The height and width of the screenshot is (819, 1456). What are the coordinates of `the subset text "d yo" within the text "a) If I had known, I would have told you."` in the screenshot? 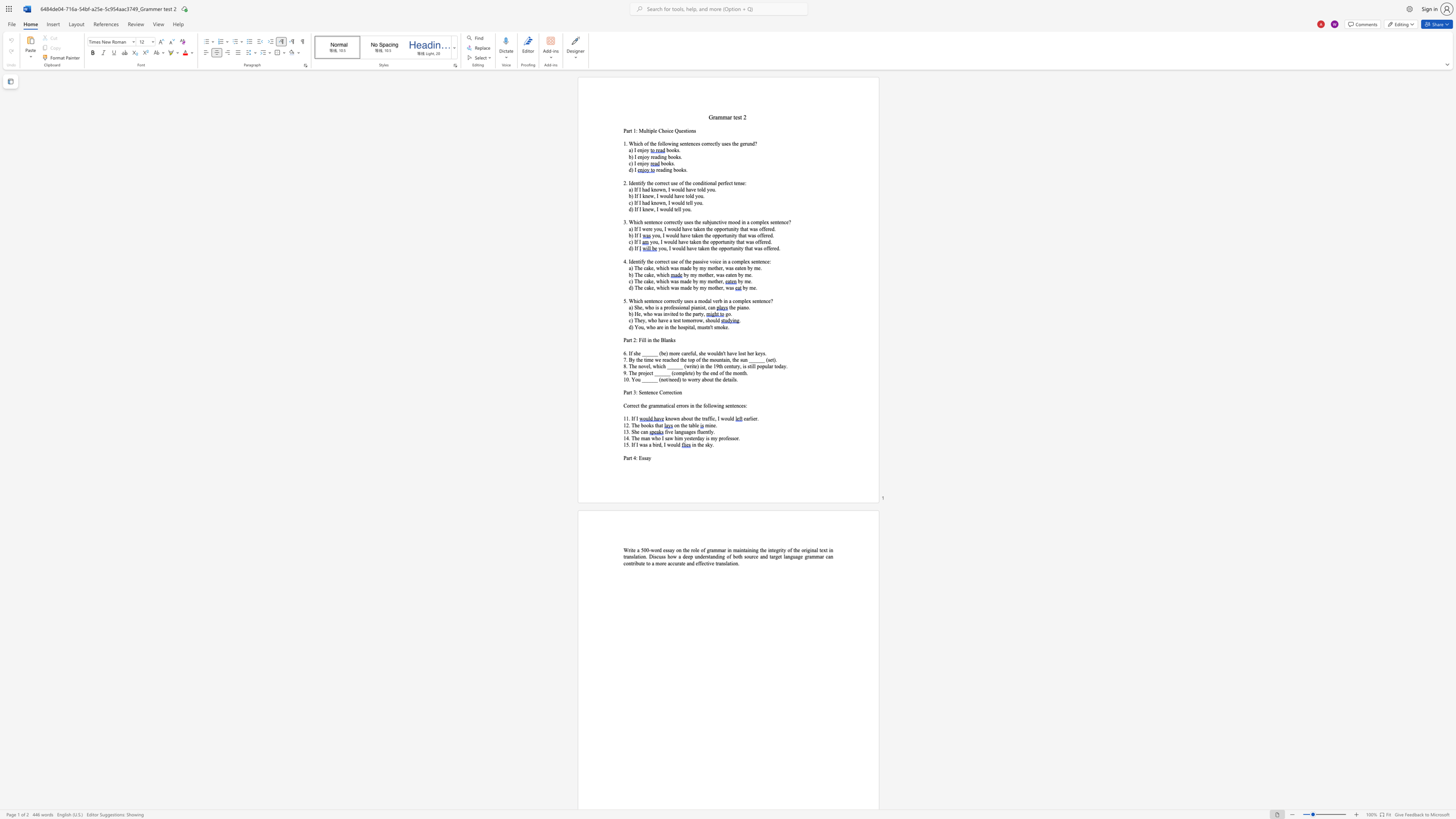 It's located at (702, 189).